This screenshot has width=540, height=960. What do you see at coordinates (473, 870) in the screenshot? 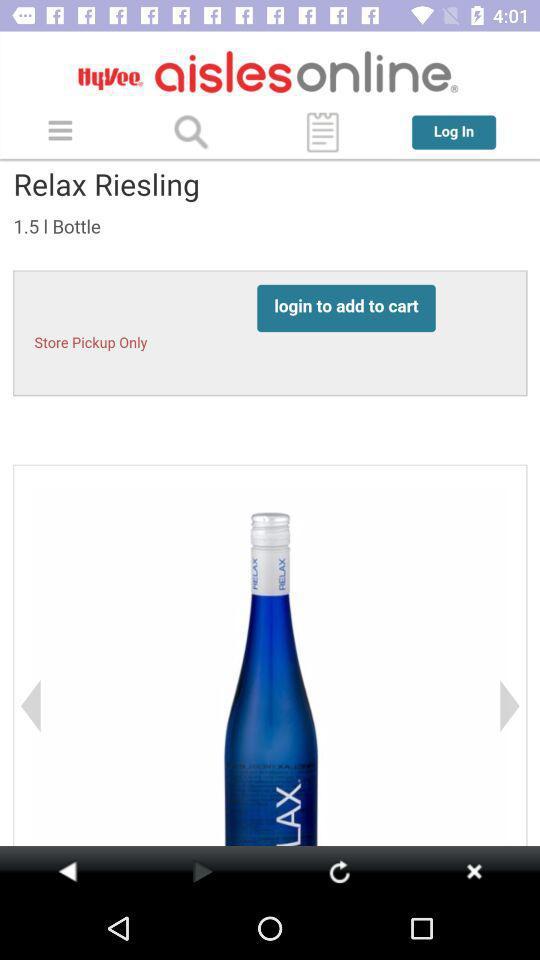
I see `go back` at bounding box center [473, 870].